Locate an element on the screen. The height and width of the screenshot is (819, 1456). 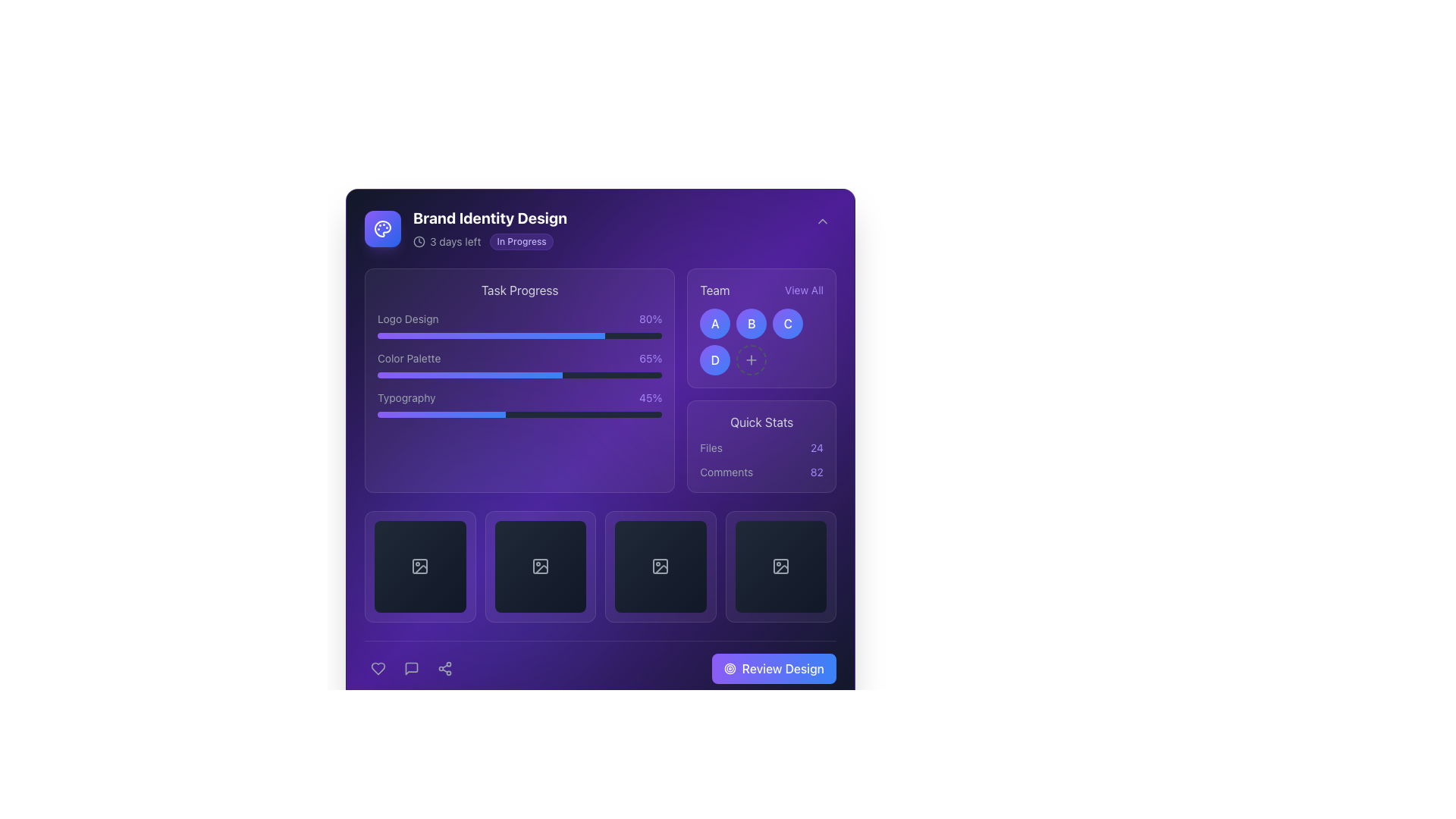
prominent header text 'Brand Identity Design' which is styled in bold, white, large font against a dark background, located at the top-left of the interface is located at coordinates (490, 218).